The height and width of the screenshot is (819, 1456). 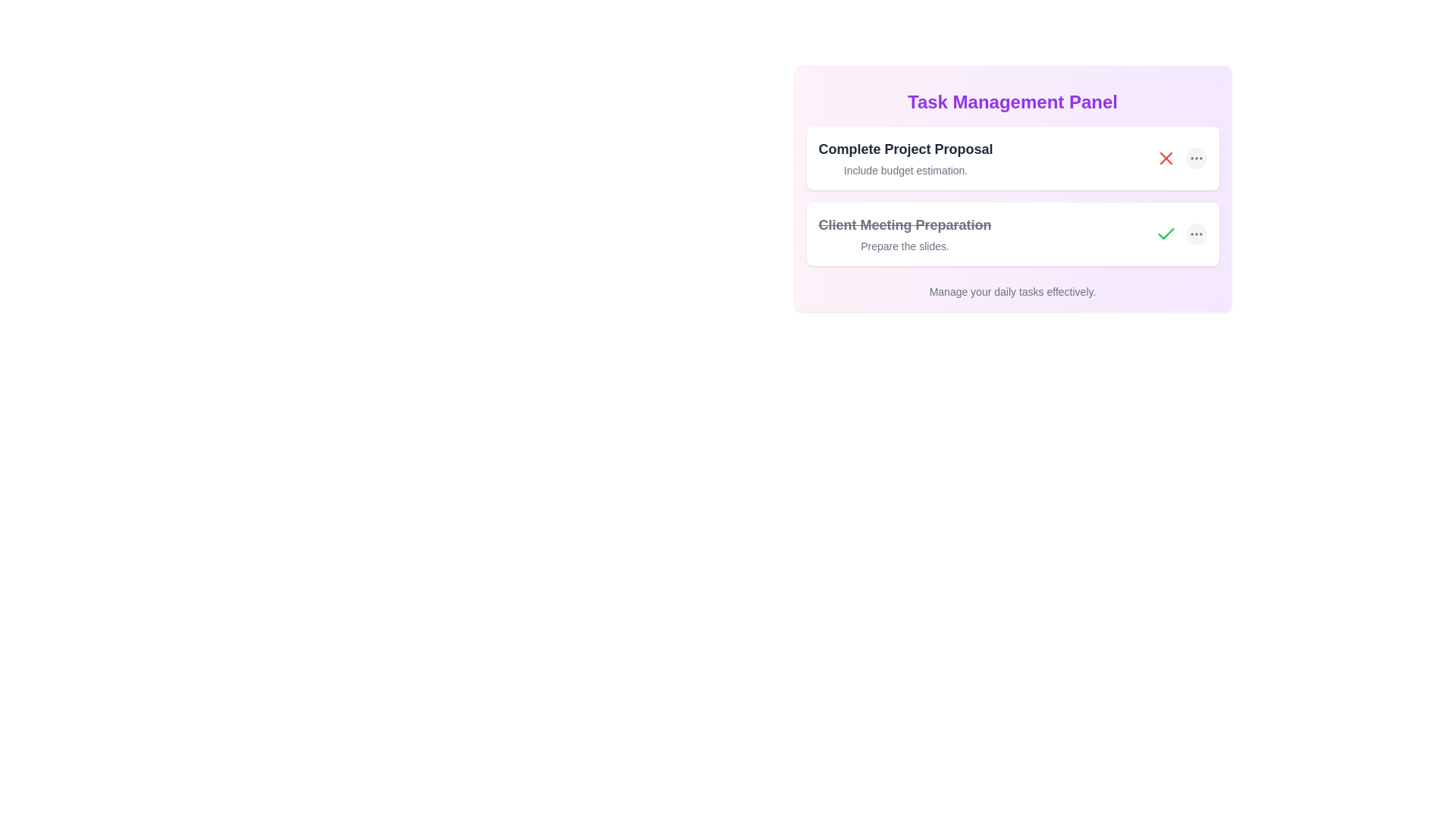 I want to click on the header text 'Task Management Panel', which is styled in a bold and large purple font at the top of the card interface, so click(x=1012, y=102).